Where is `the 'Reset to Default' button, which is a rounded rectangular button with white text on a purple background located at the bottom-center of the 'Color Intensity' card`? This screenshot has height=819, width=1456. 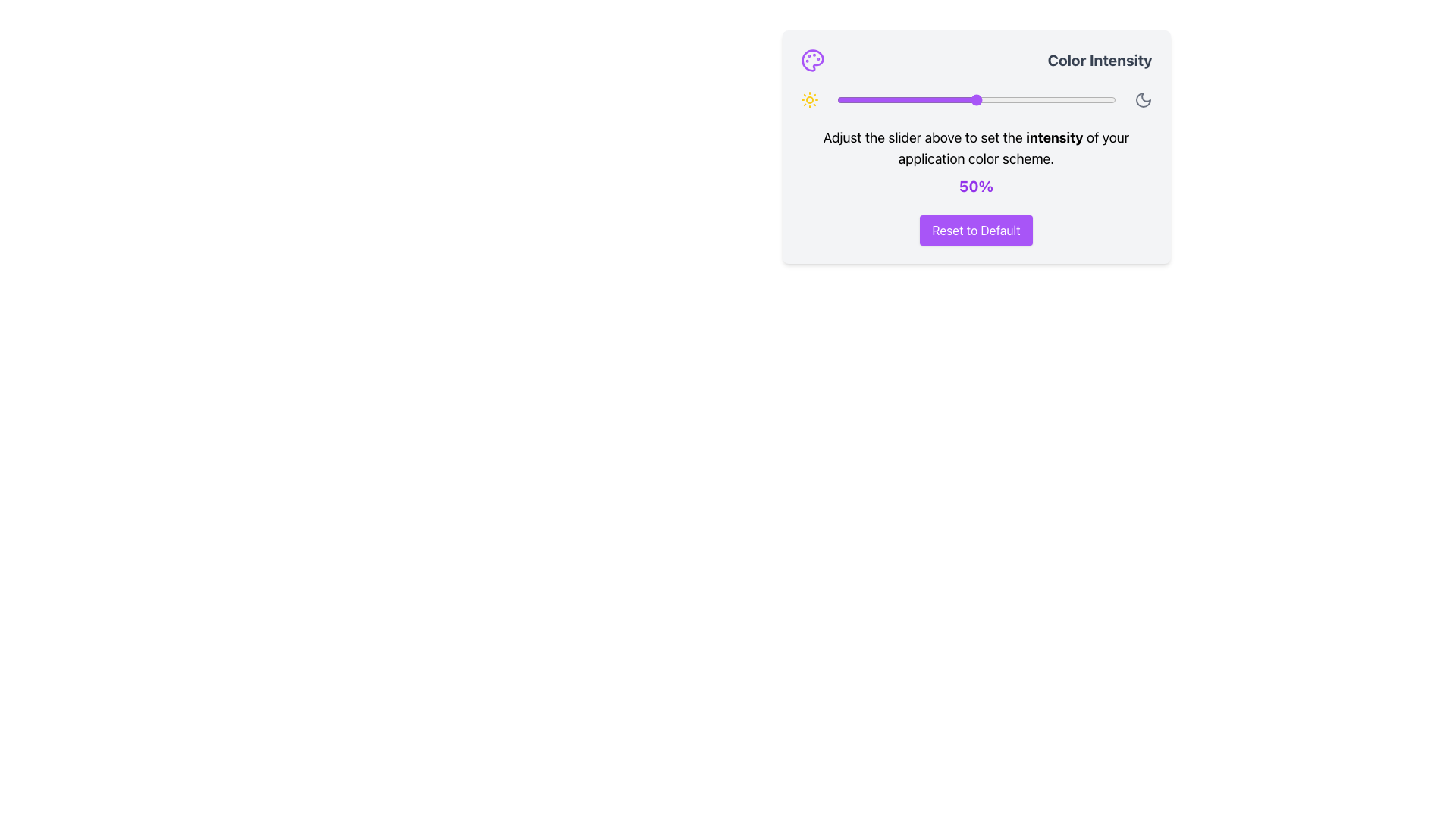
the 'Reset to Default' button, which is a rounded rectangular button with white text on a purple background located at the bottom-center of the 'Color Intensity' card is located at coordinates (976, 231).